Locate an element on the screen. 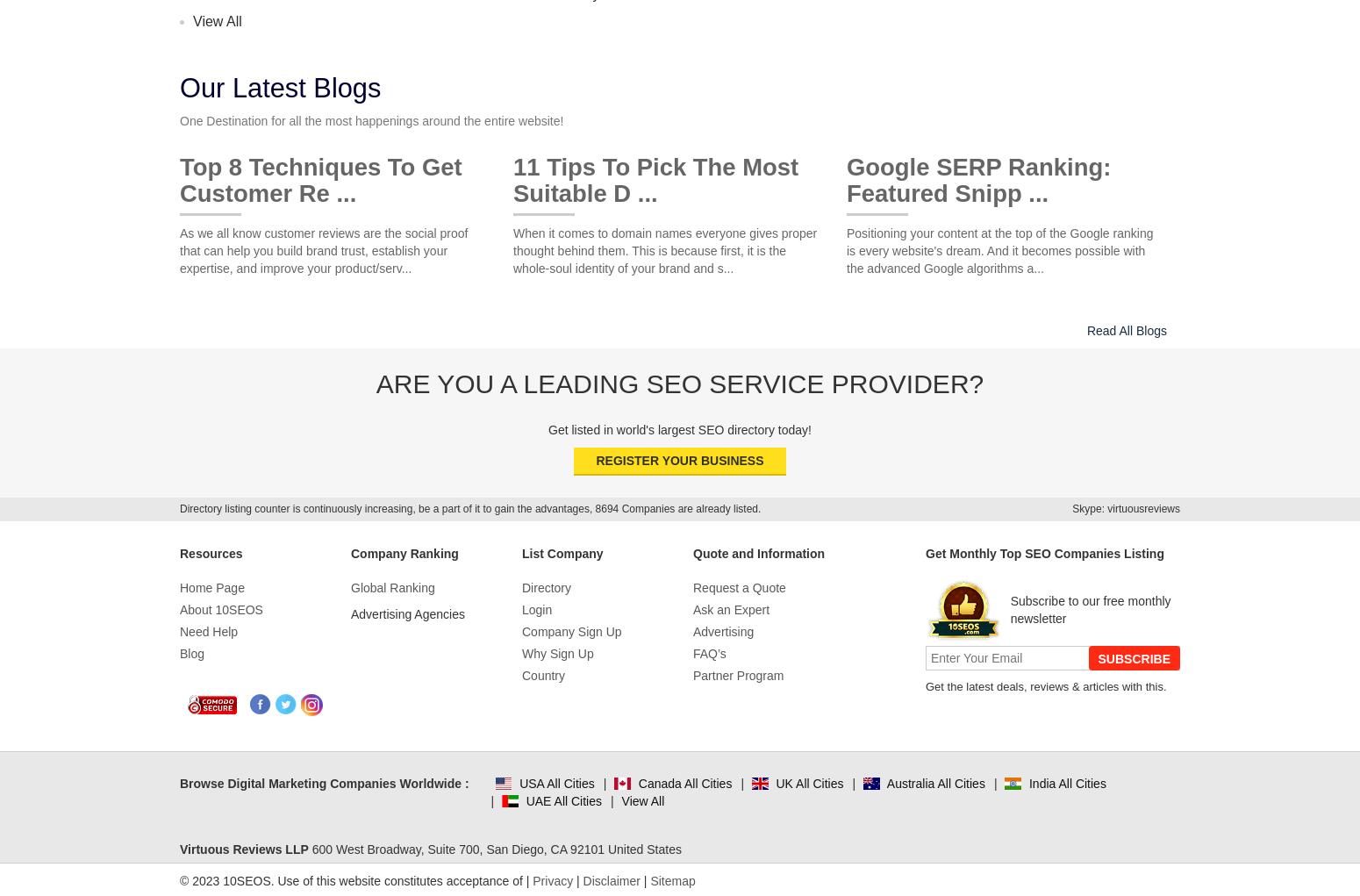 The height and width of the screenshot is (896, 1360). 'Country' is located at coordinates (543, 675).